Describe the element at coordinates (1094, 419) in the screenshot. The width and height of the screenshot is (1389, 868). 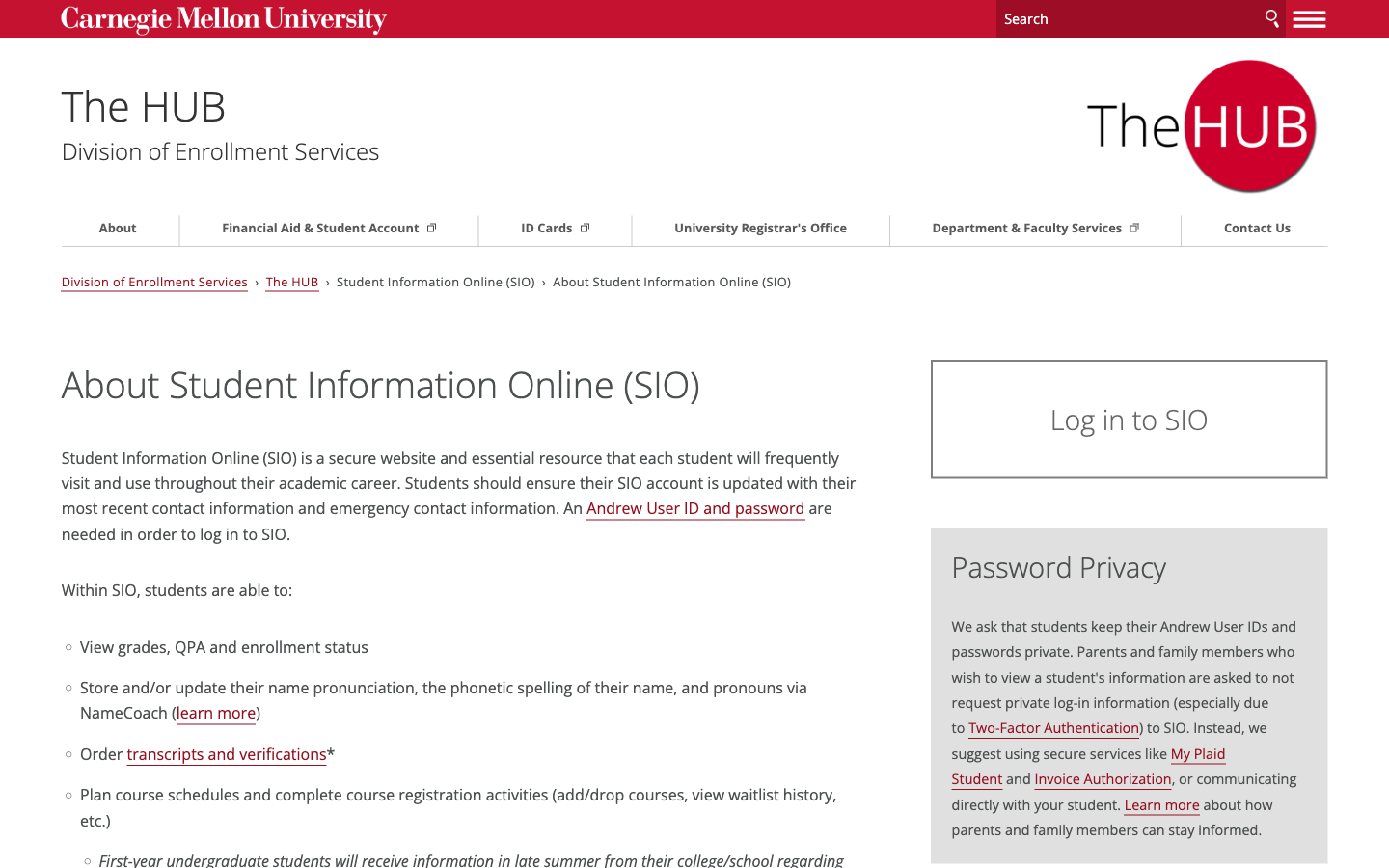
I see `Move to Account Login Page` at that location.